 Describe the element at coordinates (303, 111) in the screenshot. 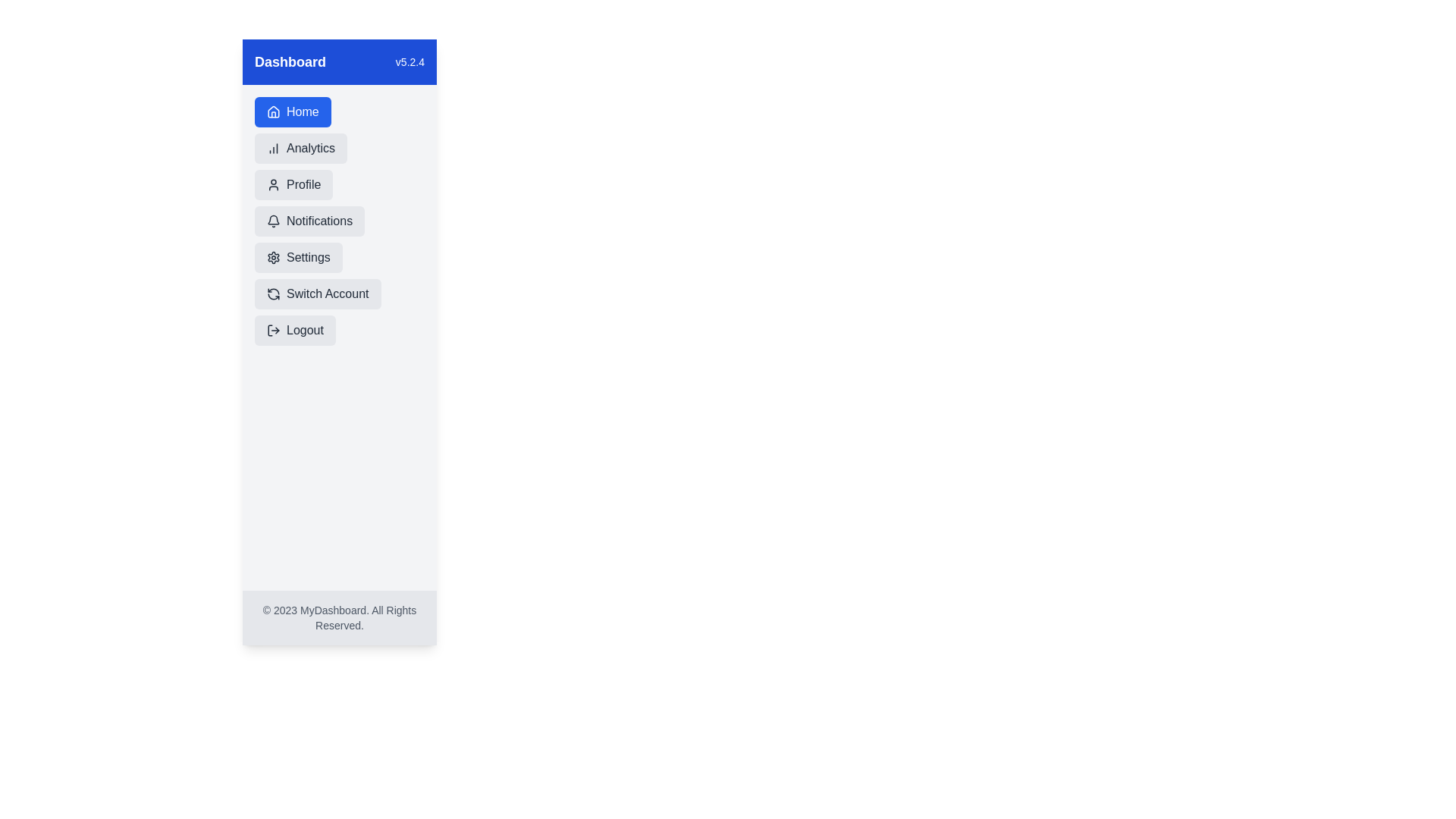

I see `the 'Home' text label located inside the blue rectangular button in the navigation sidebar` at that location.